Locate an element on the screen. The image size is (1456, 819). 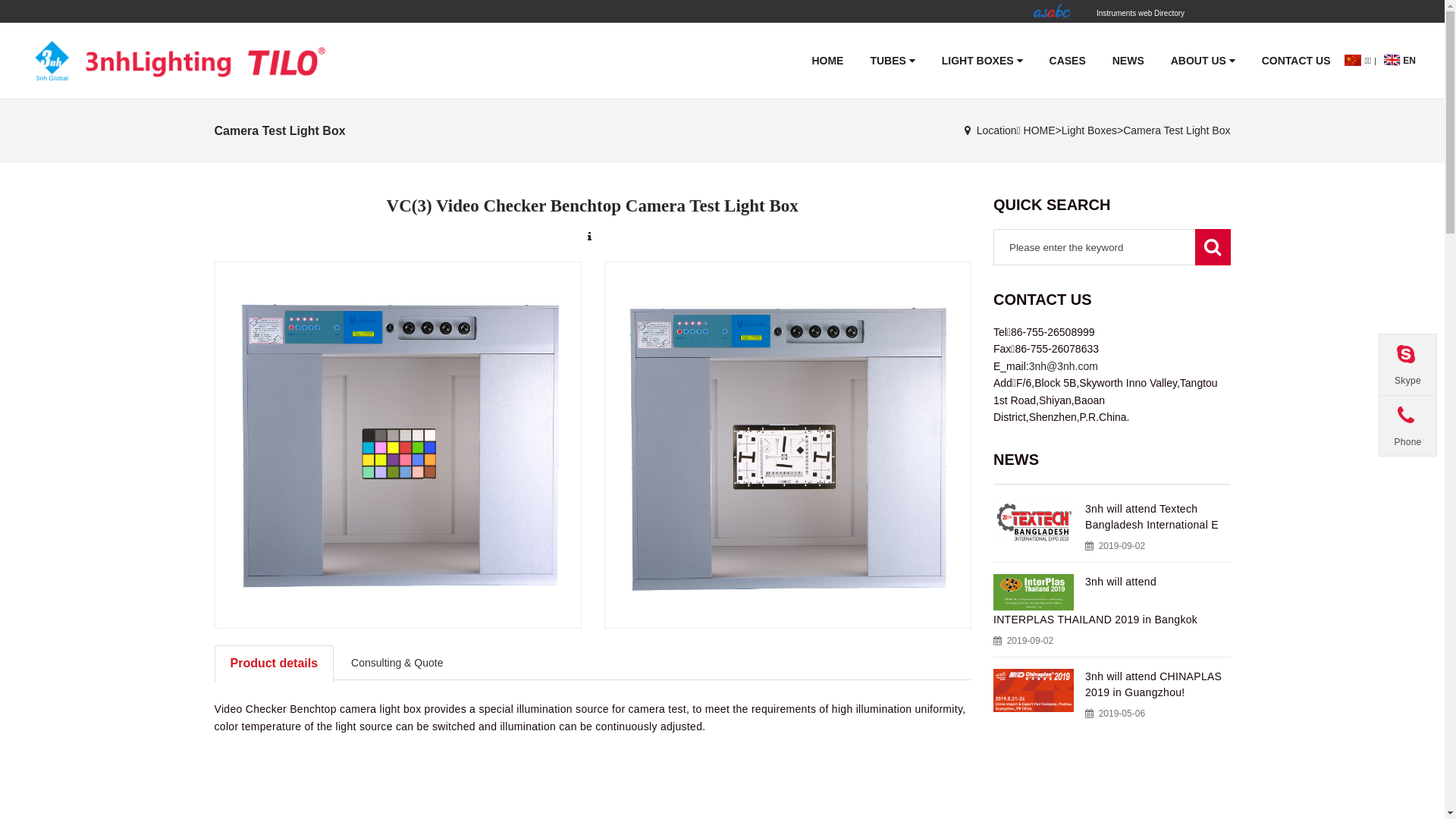
'3nh@3nh.com' is located at coordinates (1062, 366).